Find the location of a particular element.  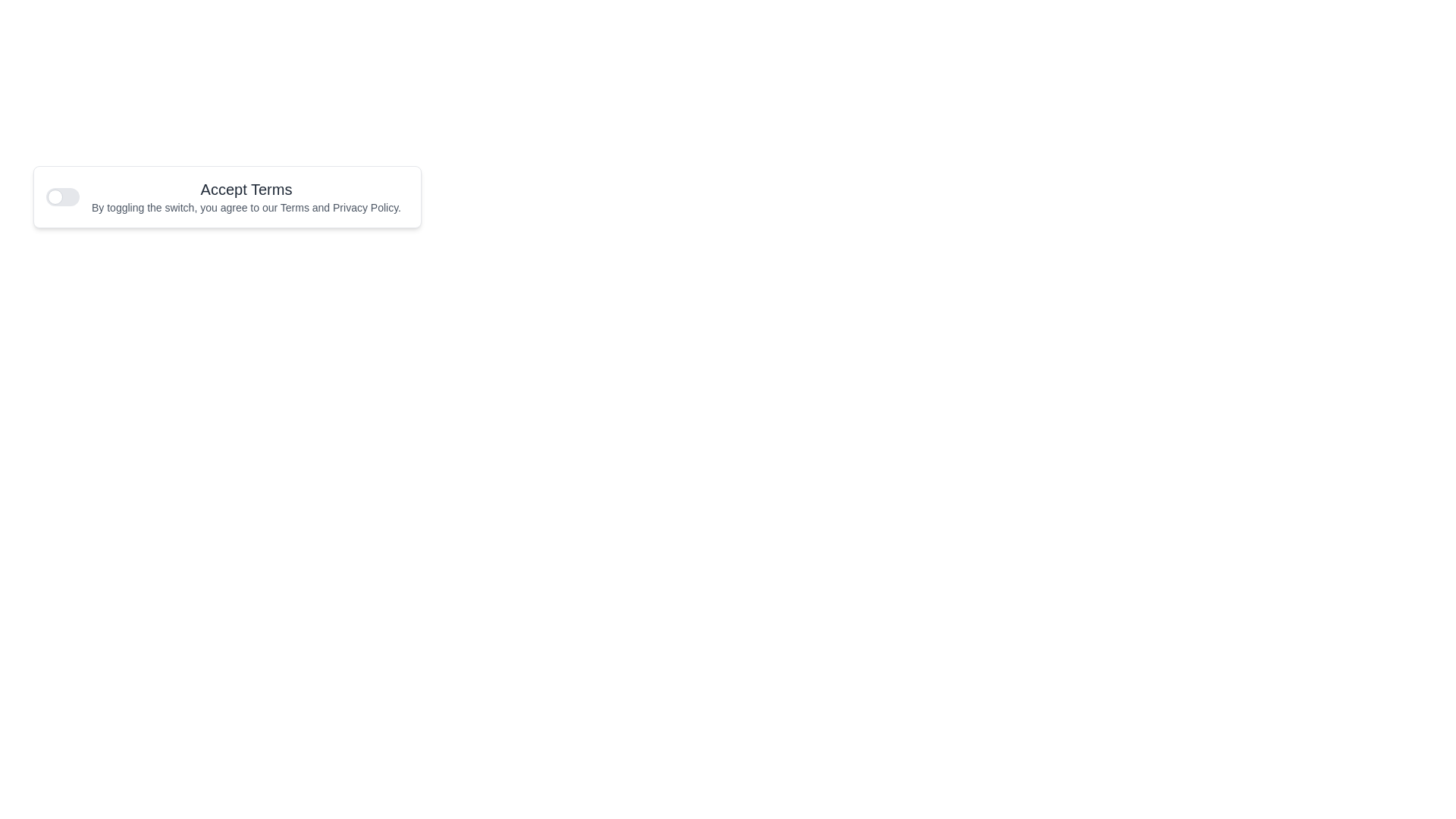

the Toggle agreement component, which features a toggle switch on the left and the text 'Accept Terms' and 'By toggling the switch, you agree to our Terms and Privacy Policy.' is located at coordinates (226, 196).